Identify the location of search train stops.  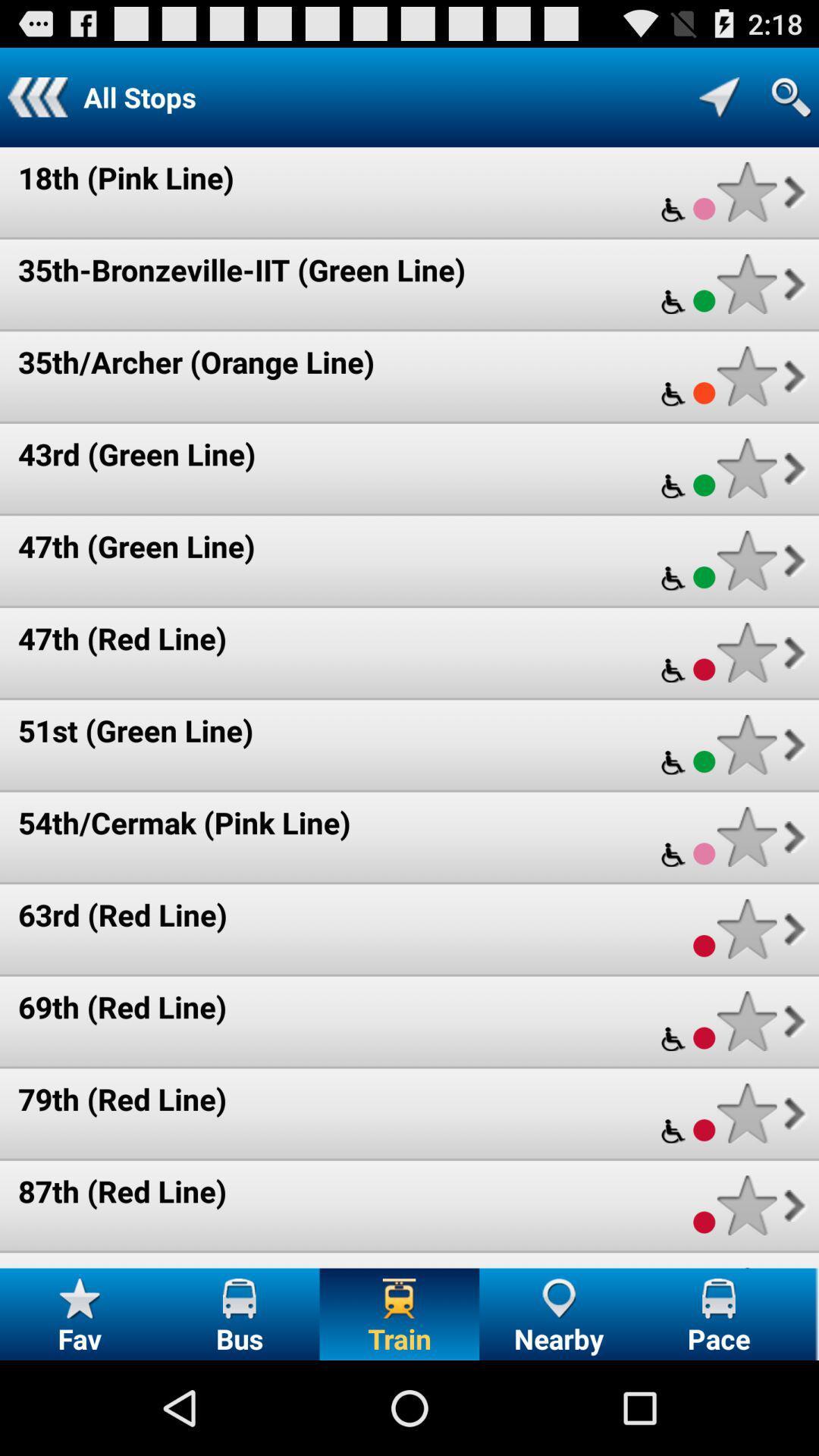
(790, 96).